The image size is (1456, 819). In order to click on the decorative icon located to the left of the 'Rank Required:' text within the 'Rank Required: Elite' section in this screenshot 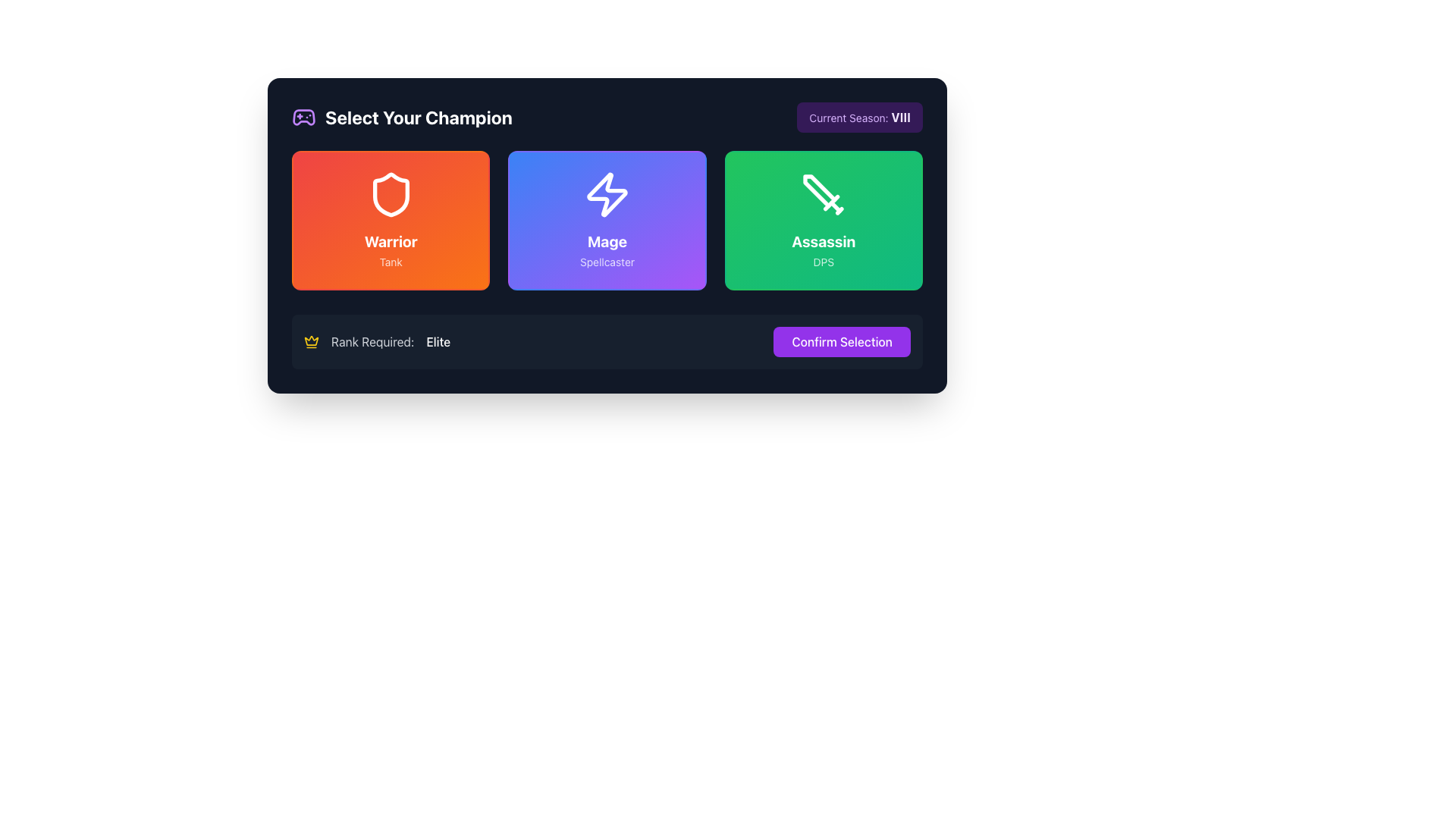, I will do `click(311, 342)`.